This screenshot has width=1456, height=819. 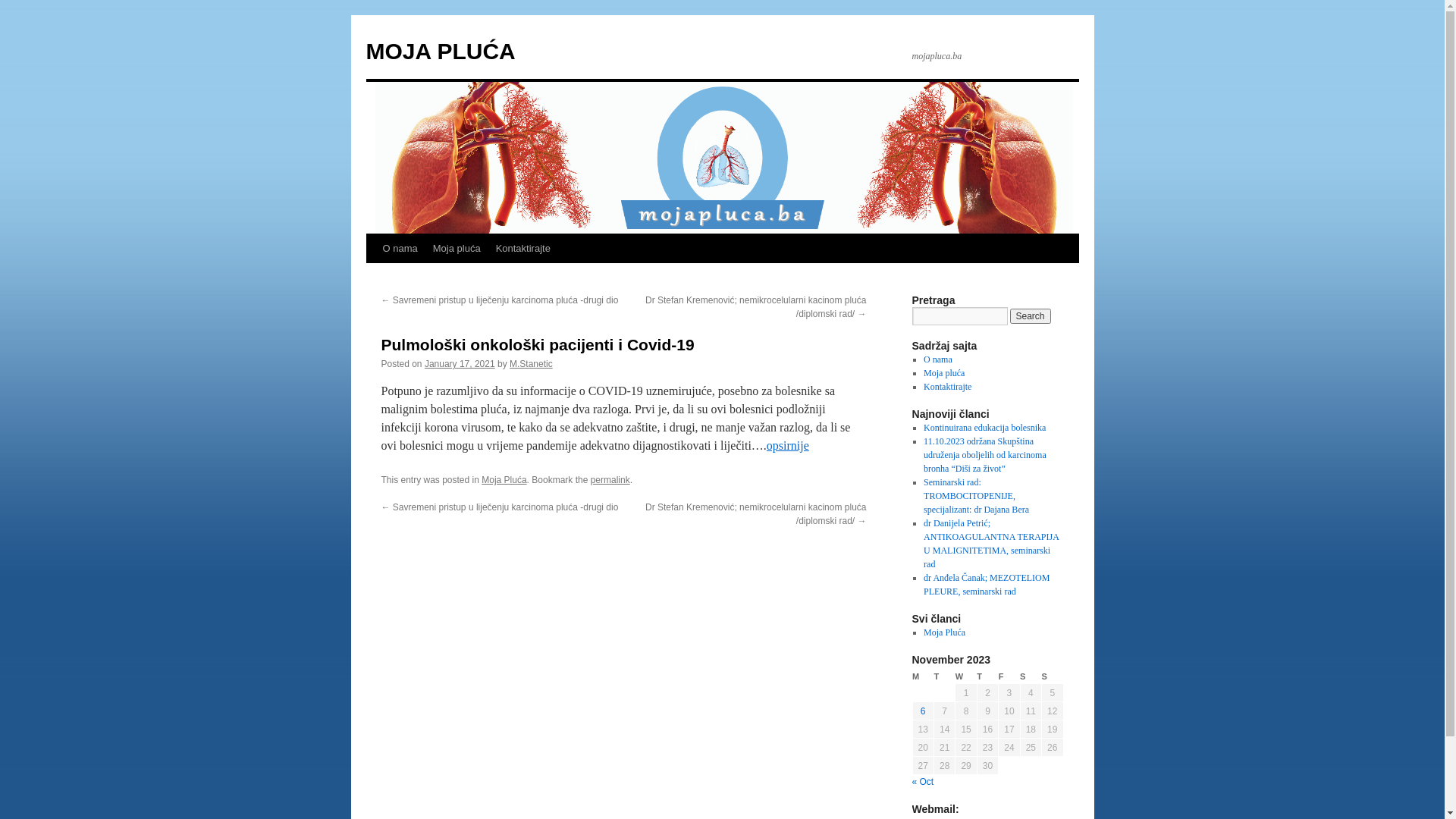 I want to click on 'Kontaktirajte', so click(x=923, y=385).